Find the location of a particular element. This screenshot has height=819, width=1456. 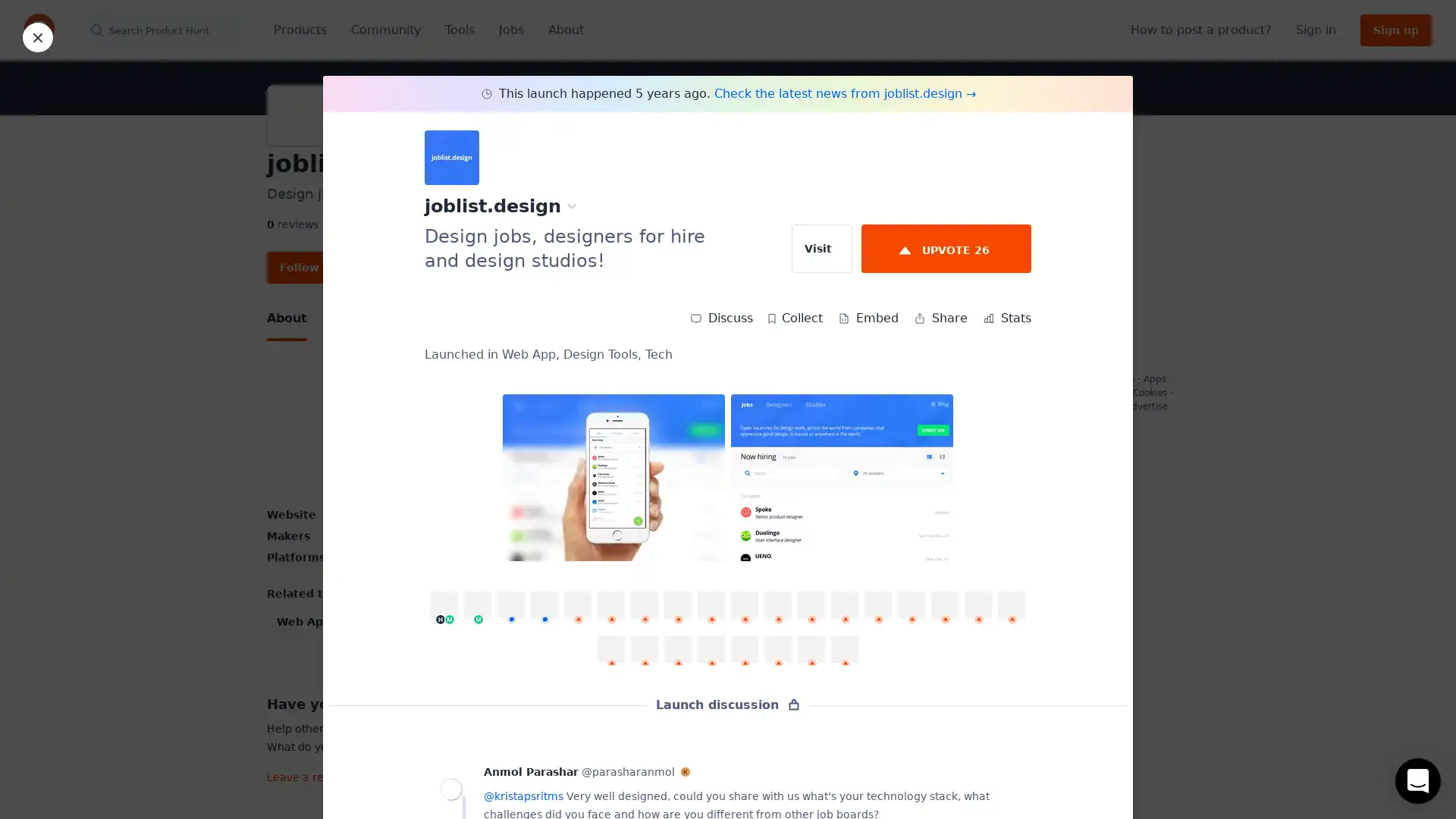

Follow for updates is located at coordinates (335, 267).